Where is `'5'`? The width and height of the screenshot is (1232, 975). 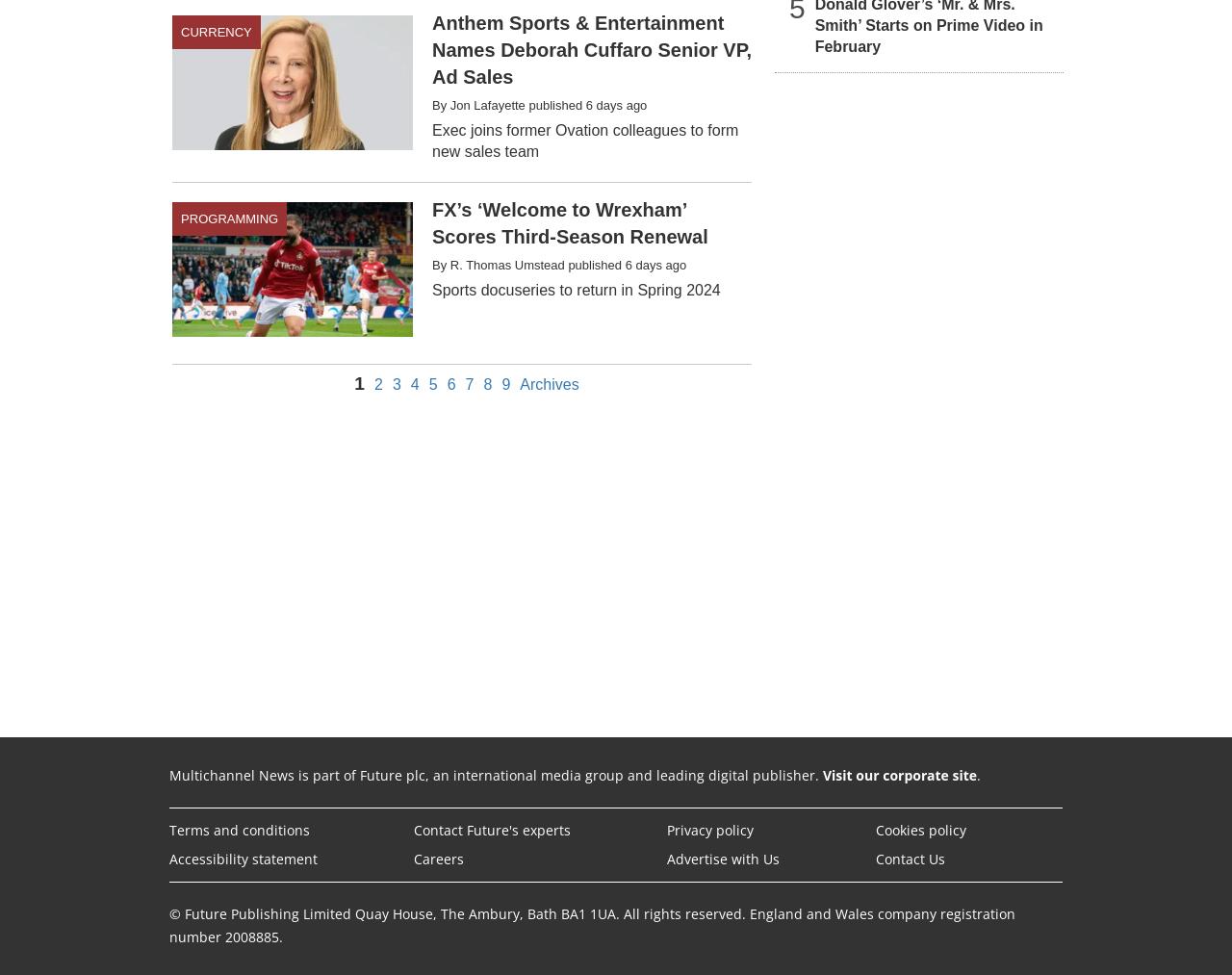 '5' is located at coordinates (431, 383).